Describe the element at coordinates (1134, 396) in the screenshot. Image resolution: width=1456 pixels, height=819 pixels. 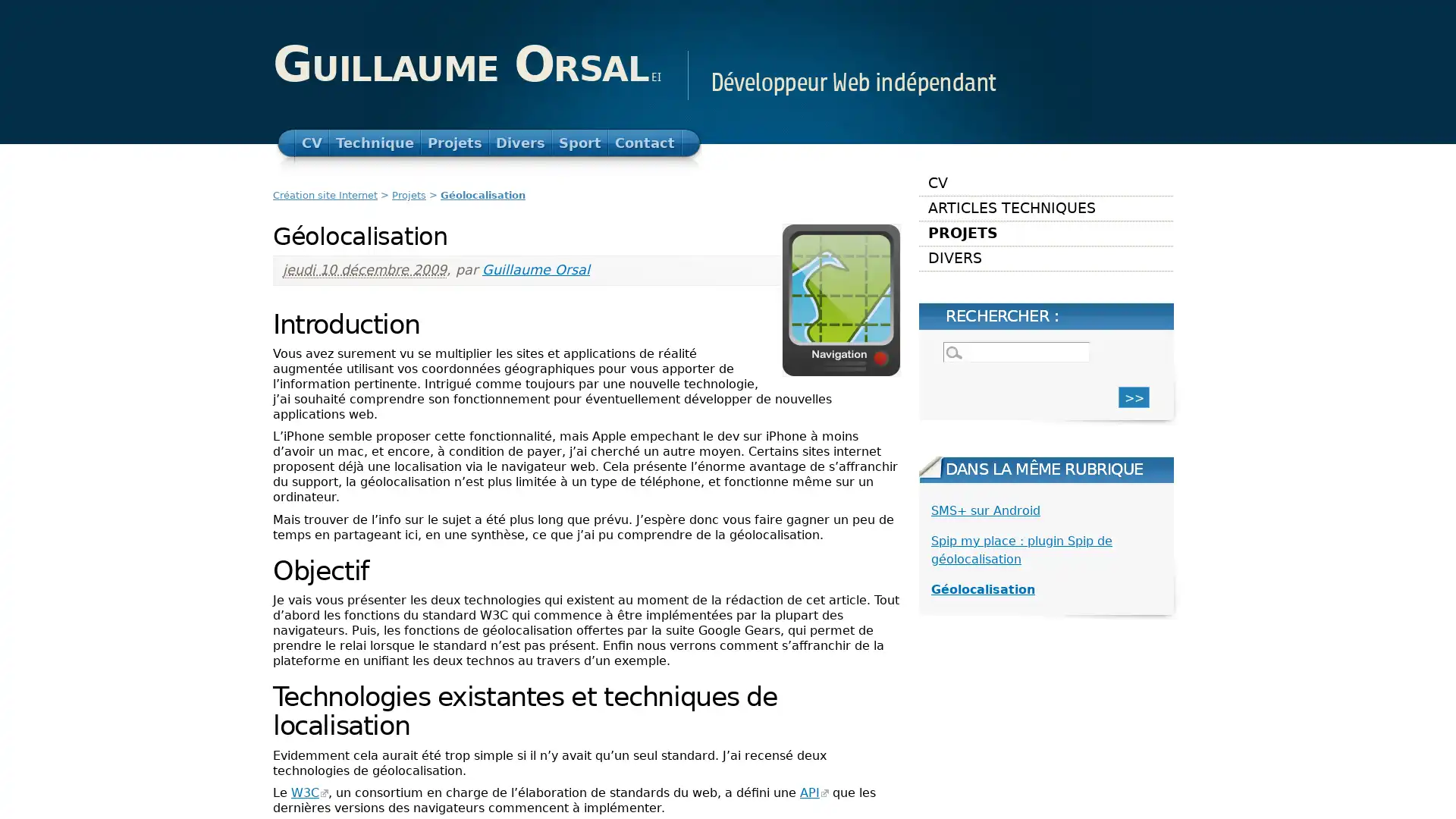
I see `>>` at that location.